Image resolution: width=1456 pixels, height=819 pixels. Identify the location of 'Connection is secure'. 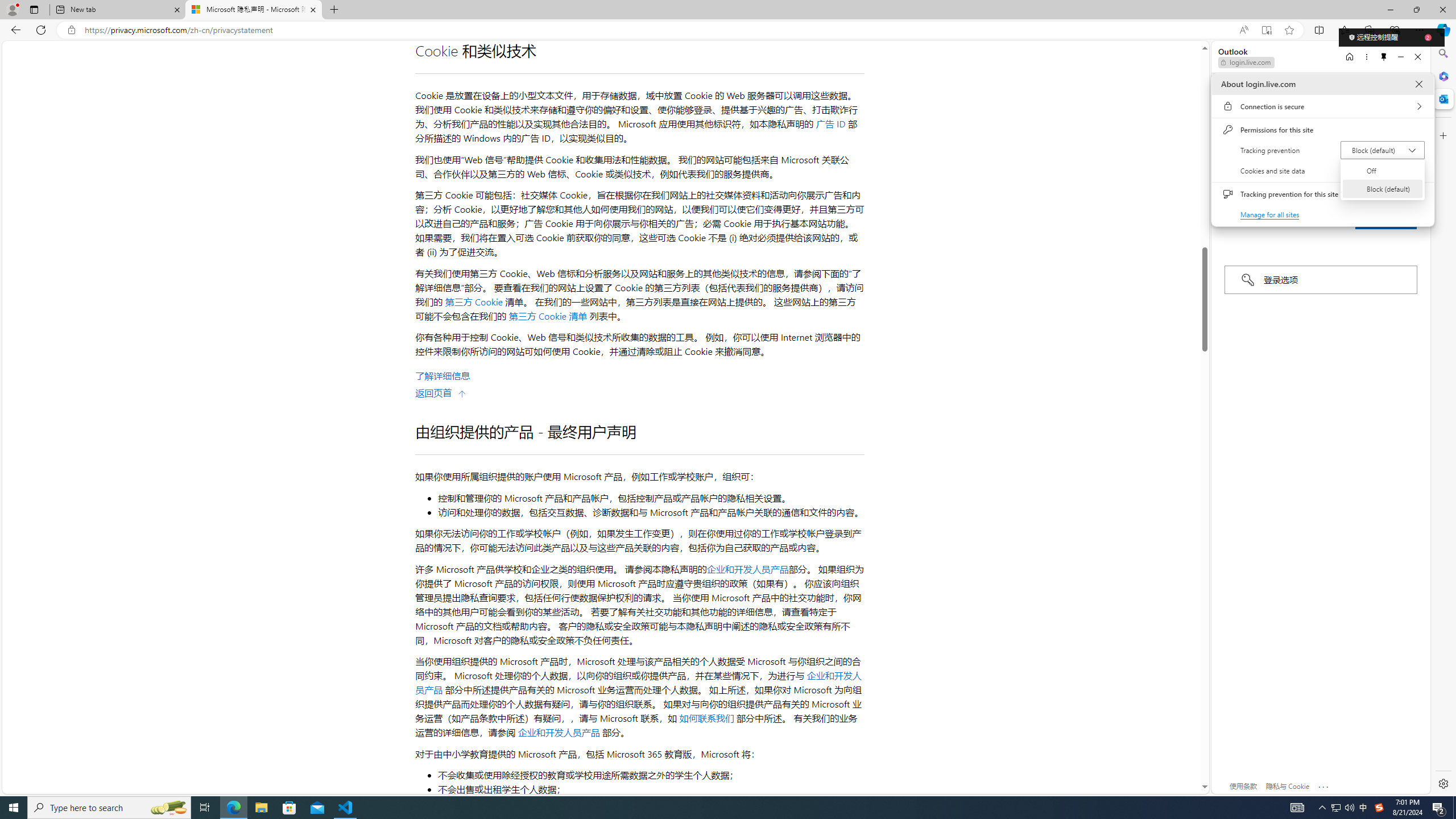
(1322, 105).